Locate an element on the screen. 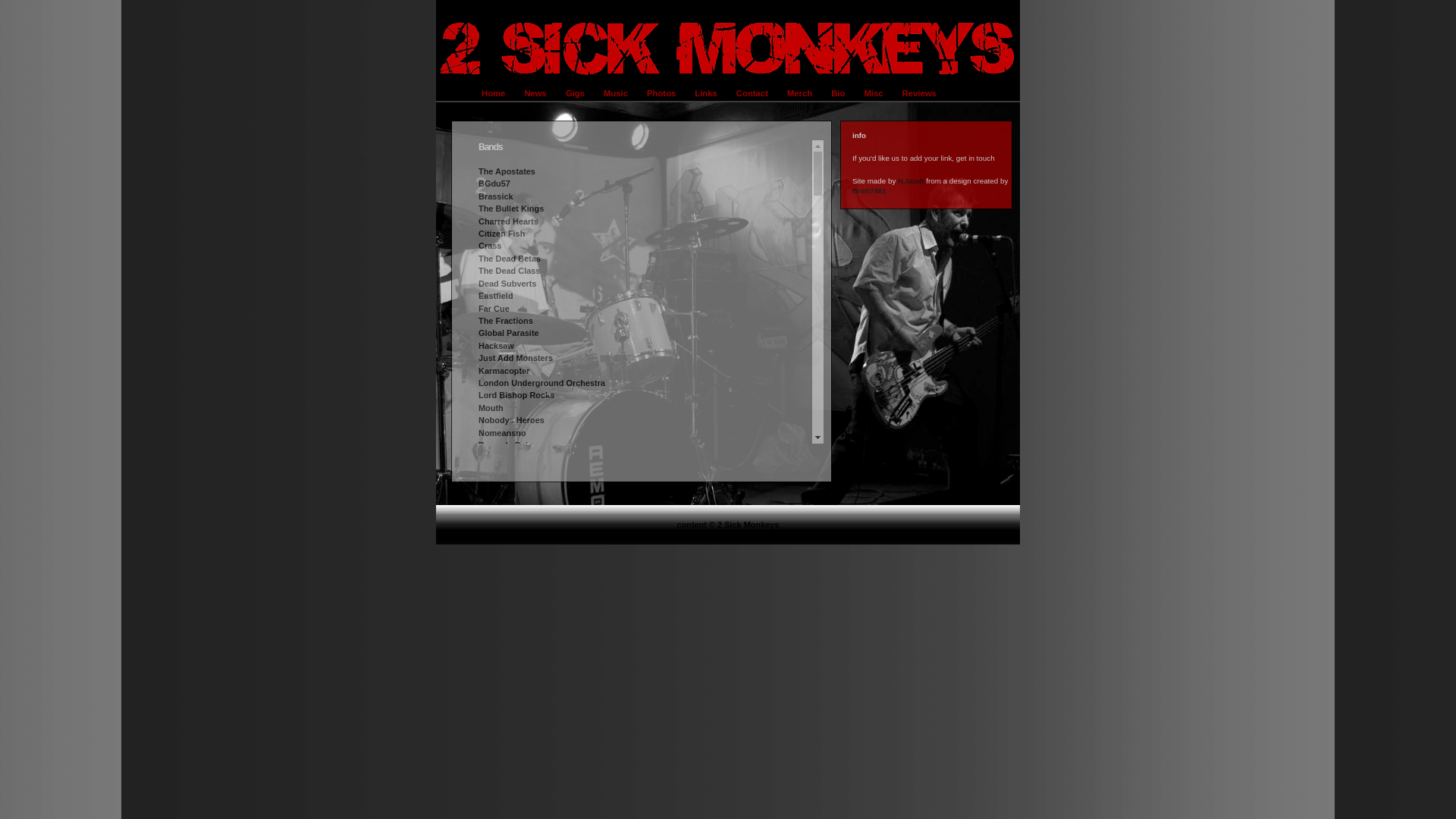  'N.Scott' is located at coordinates (898, 180).